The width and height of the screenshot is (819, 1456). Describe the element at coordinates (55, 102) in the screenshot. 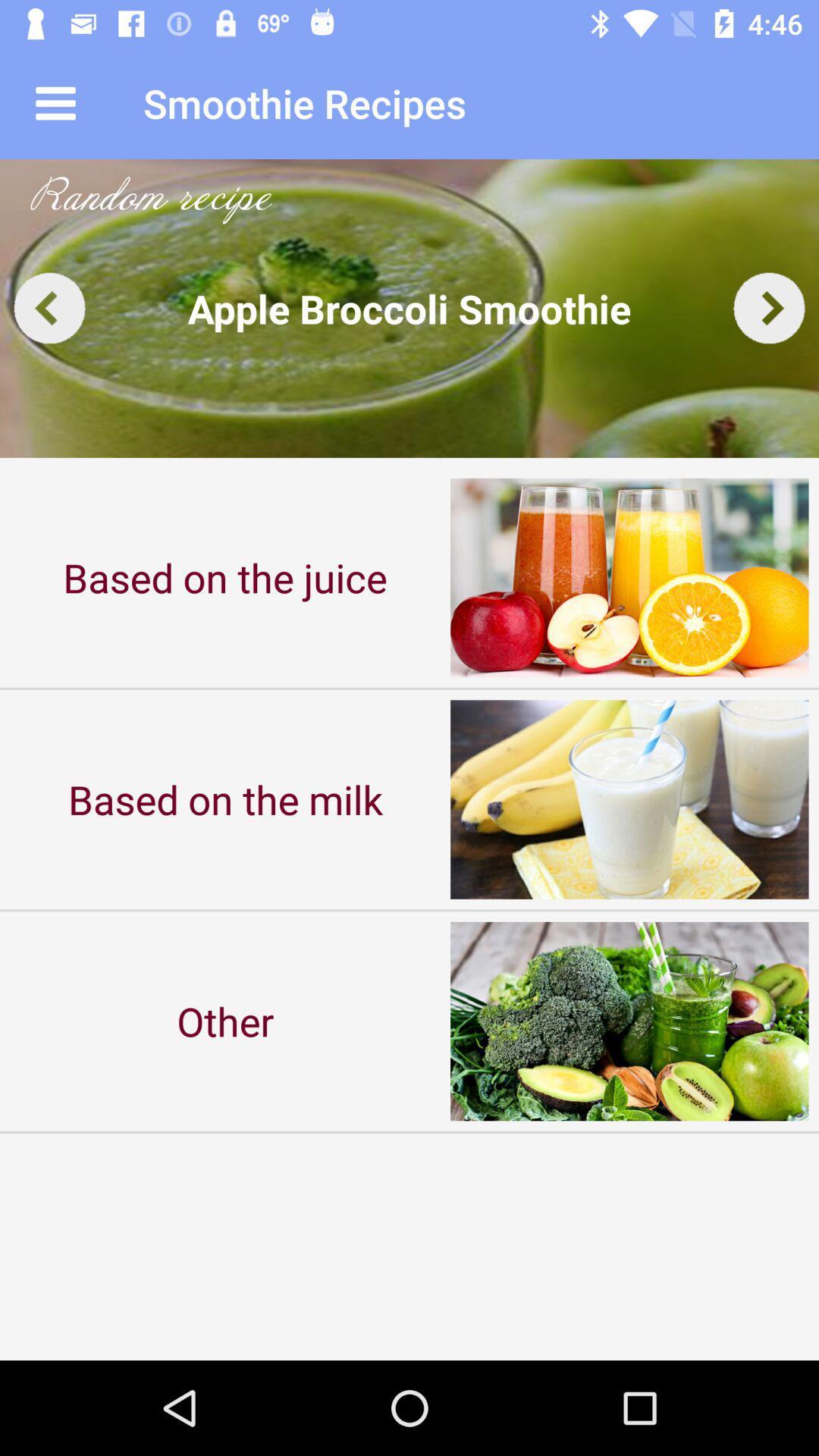

I see `the app to the left of smoothie recipes app` at that location.